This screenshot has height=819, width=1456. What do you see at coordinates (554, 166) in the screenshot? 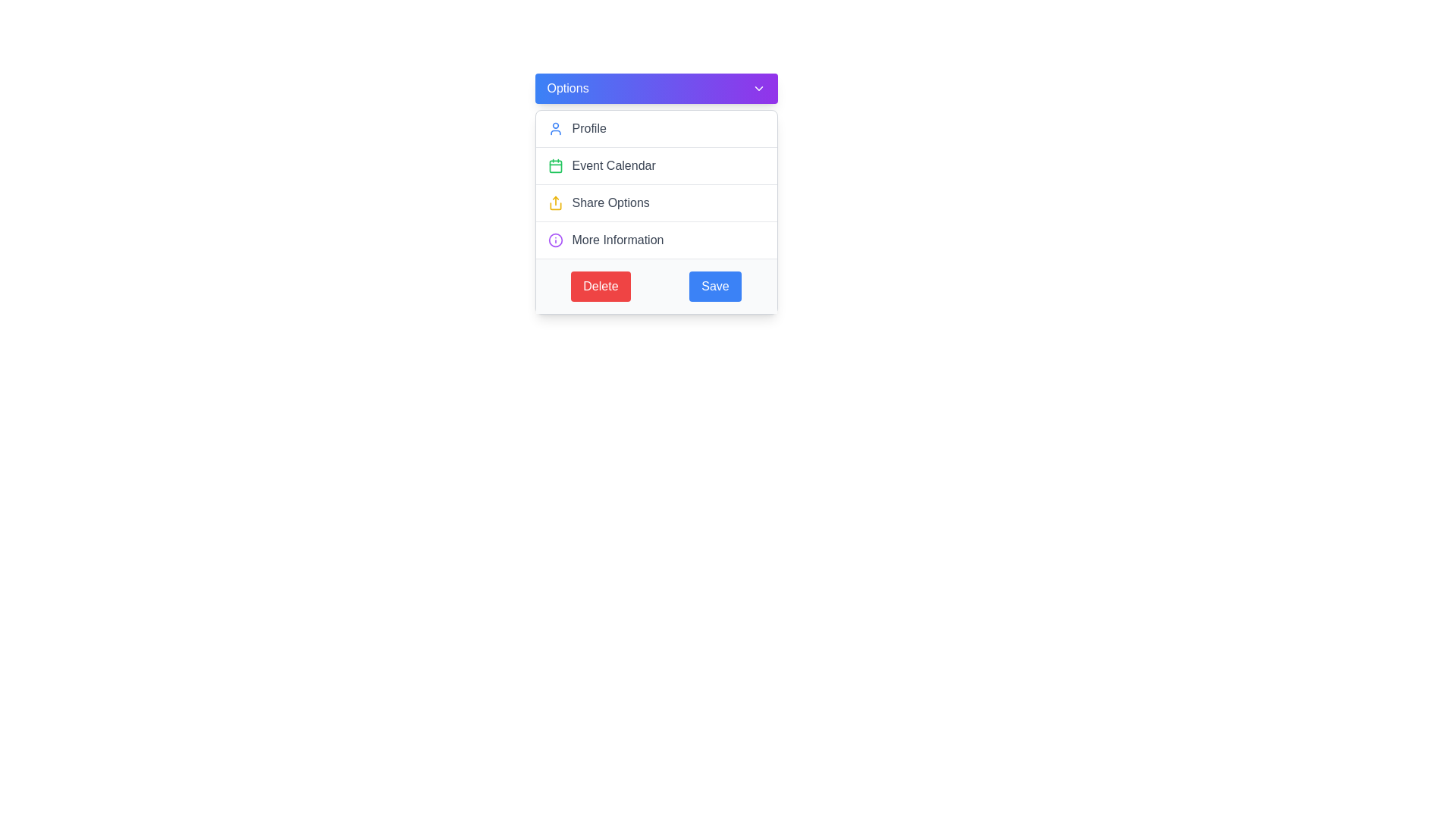
I see `the rectangular body of the calendar icon located in the second row of the dropdown menu next to 'Event Calendar'` at bounding box center [554, 166].